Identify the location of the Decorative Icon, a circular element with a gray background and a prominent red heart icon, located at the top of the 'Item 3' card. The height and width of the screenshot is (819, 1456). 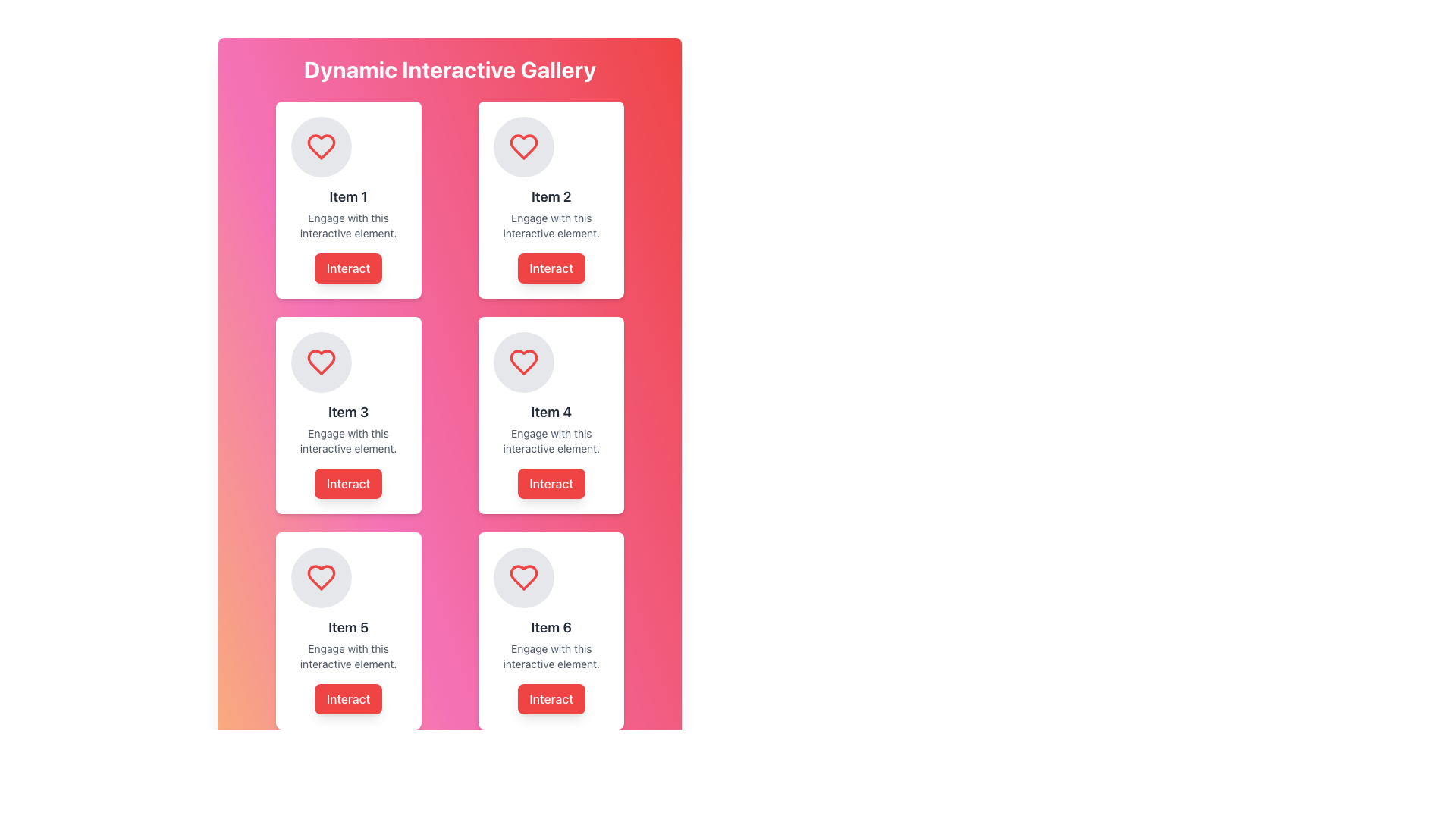
(320, 362).